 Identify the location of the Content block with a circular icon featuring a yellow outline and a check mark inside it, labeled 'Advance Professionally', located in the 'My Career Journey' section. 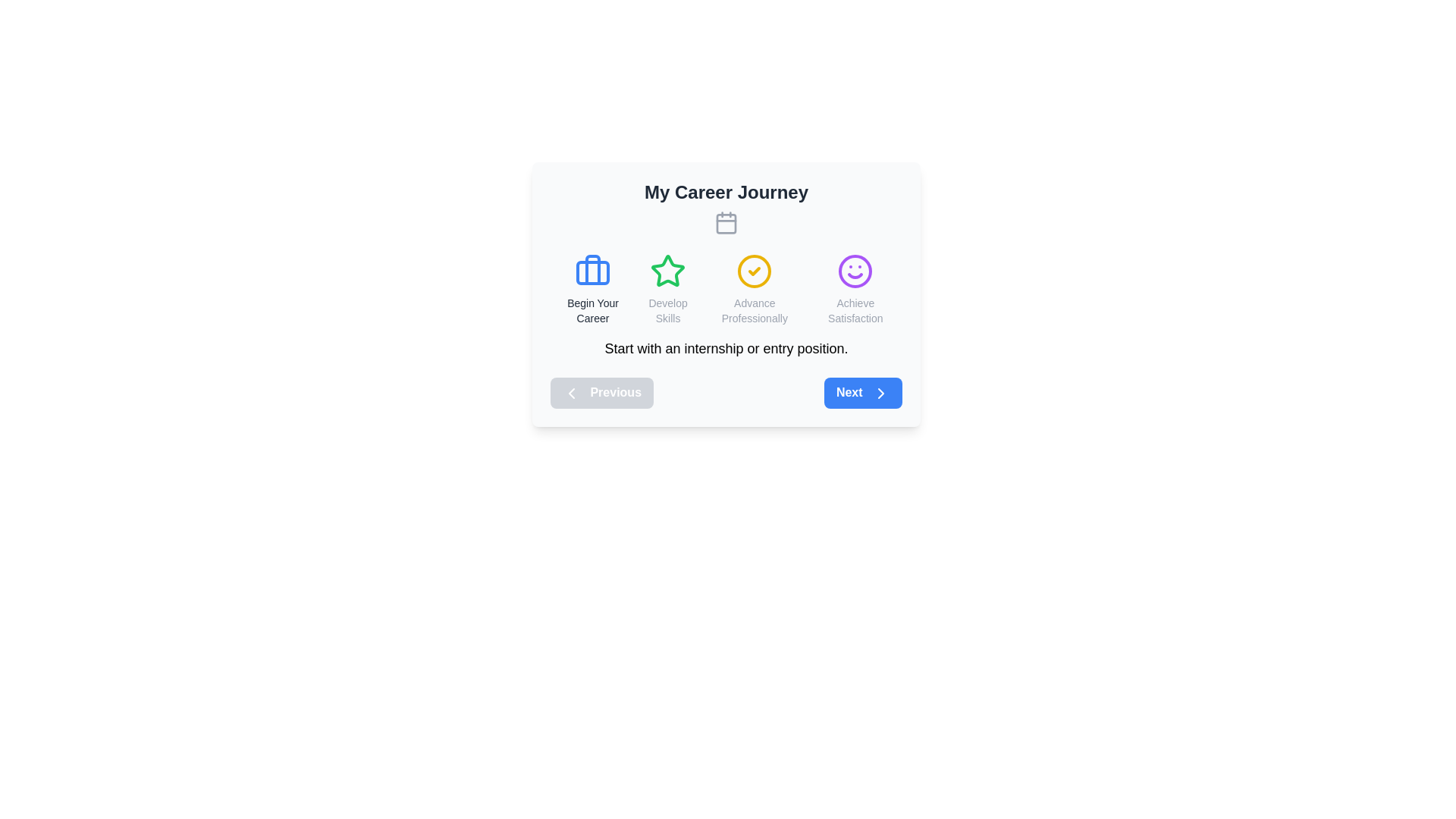
(755, 289).